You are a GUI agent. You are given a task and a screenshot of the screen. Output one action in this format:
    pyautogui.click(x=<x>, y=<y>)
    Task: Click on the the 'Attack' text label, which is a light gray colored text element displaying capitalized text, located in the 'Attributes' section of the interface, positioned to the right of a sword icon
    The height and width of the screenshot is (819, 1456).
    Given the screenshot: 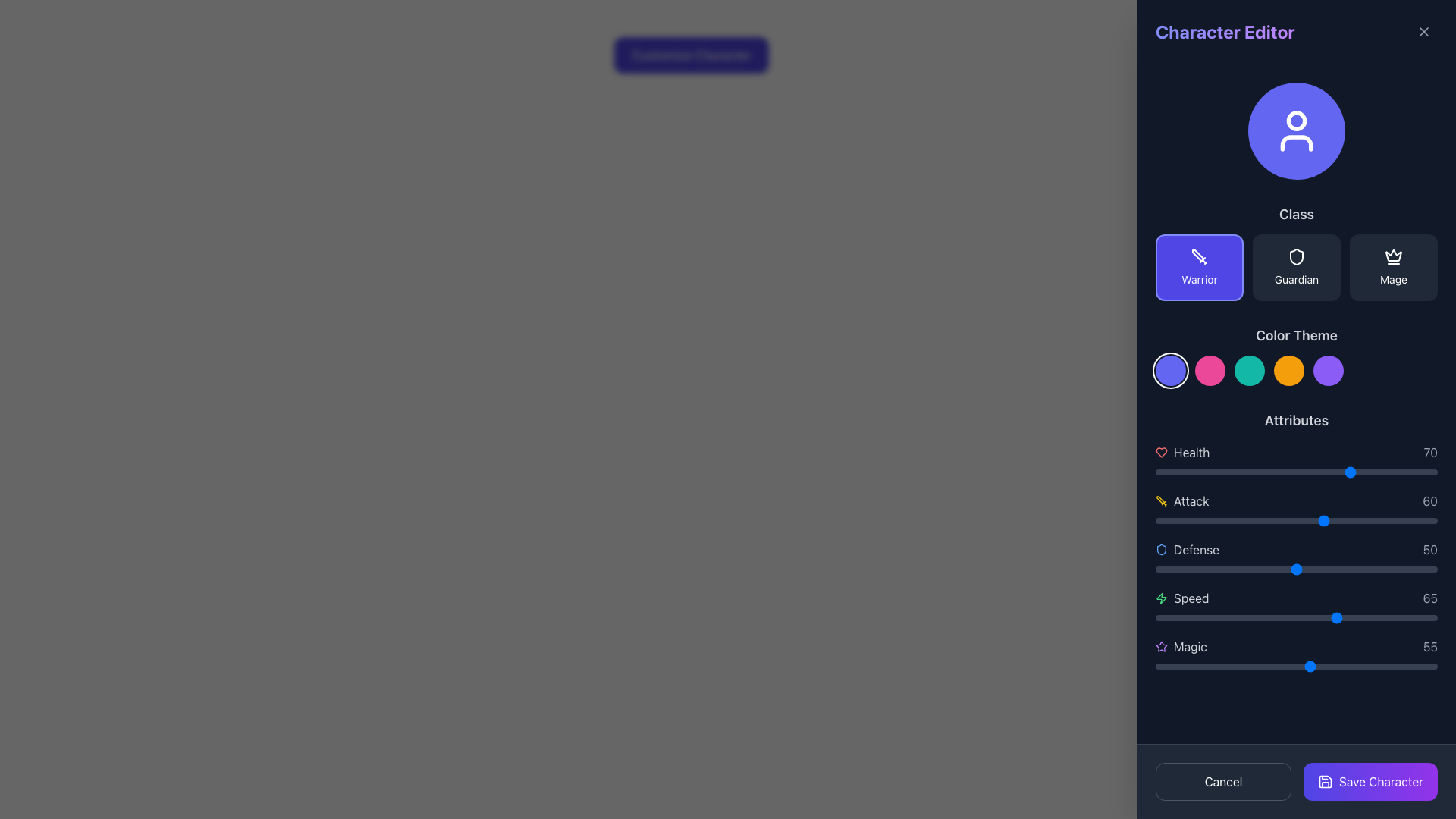 What is the action you would take?
    pyautogui.click(x=1191, y=500)
    